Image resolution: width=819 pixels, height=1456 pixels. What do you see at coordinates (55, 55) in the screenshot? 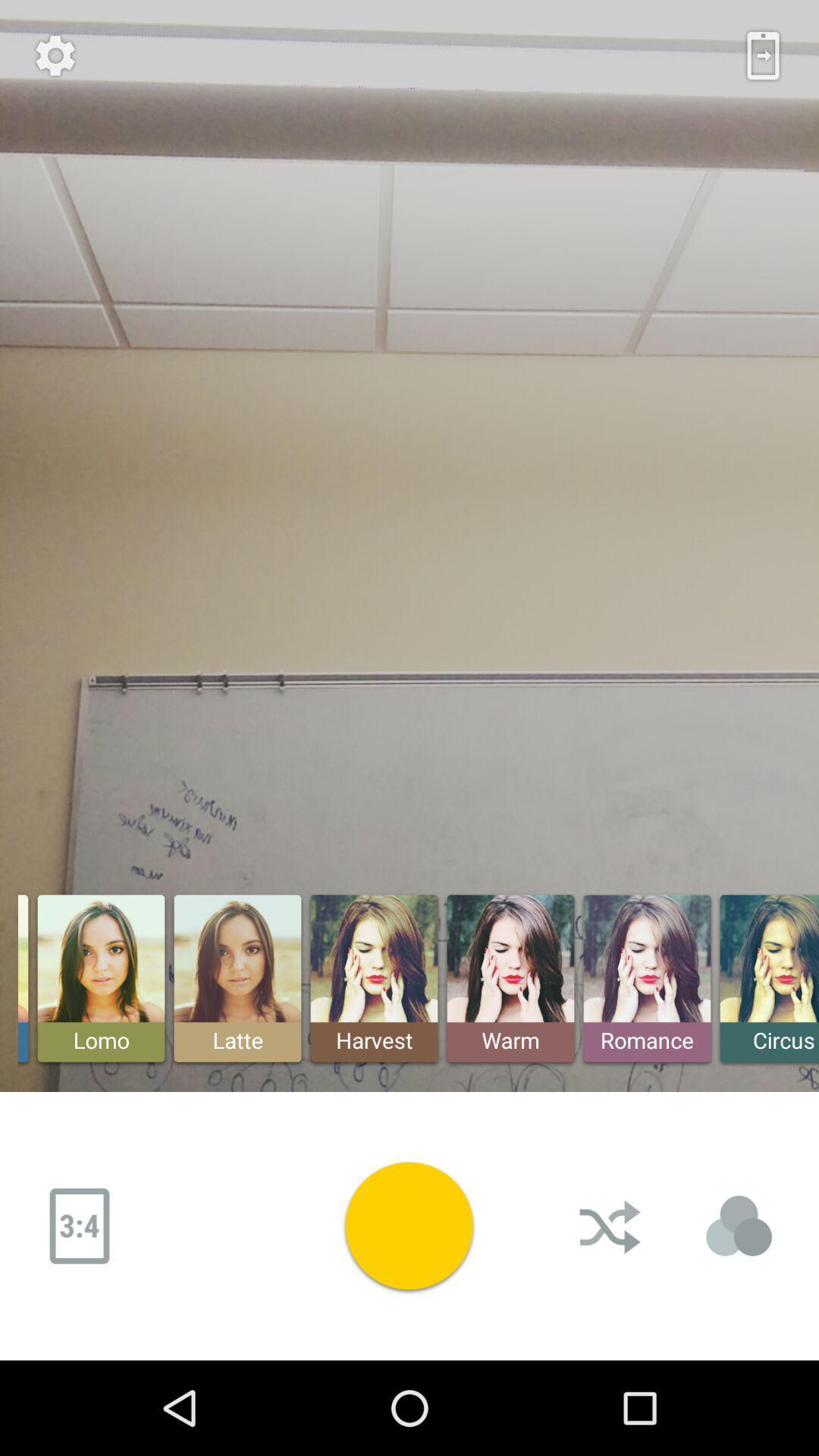
I see `the settings icon` at bounding box center [55, 55].